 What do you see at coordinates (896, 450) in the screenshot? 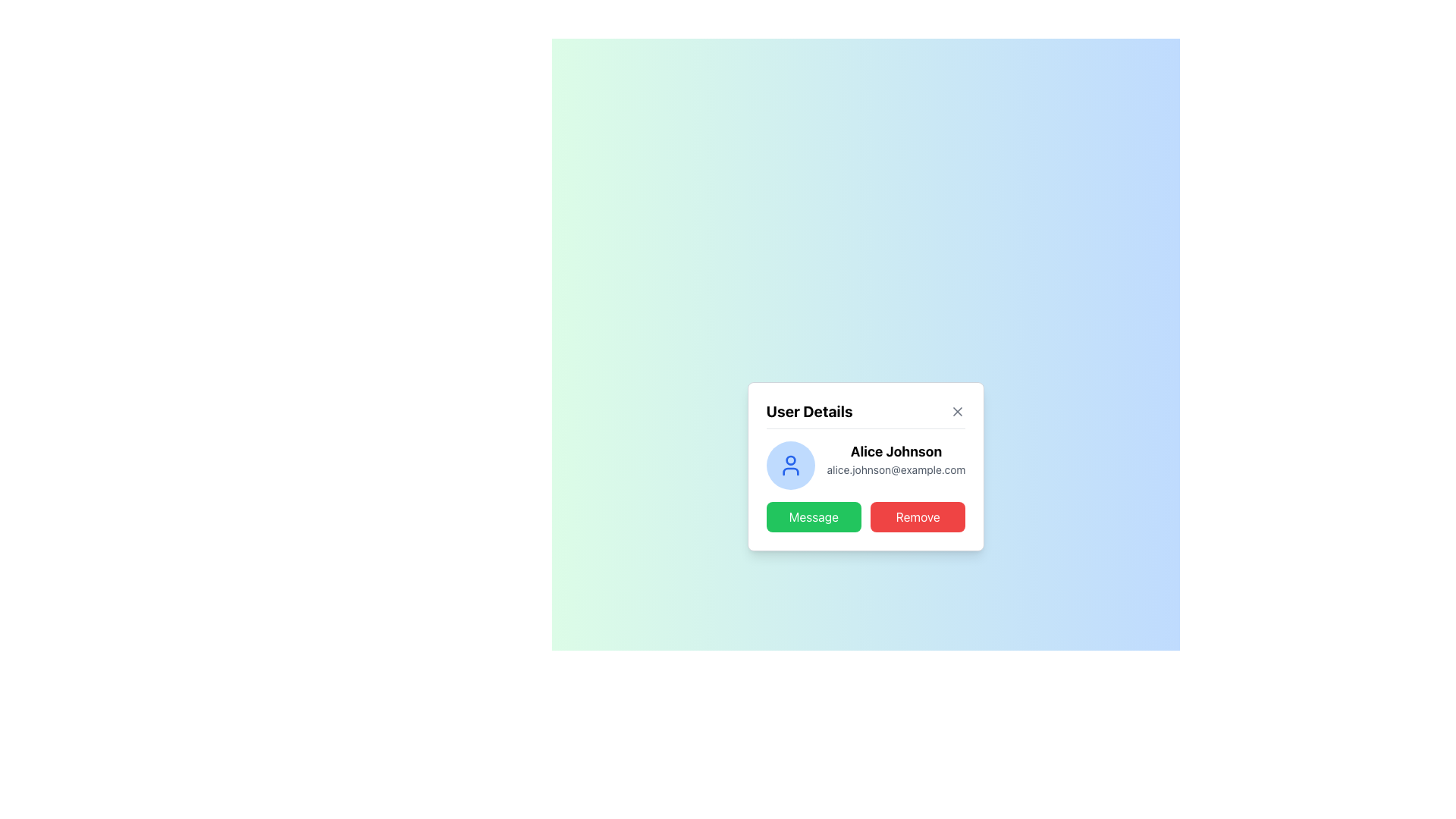
I see `the text label displaying the user's full name, which is located above the email address 'alice.johnson@example.com' in the user details card within the modal window` at bounding box center [896, 450].